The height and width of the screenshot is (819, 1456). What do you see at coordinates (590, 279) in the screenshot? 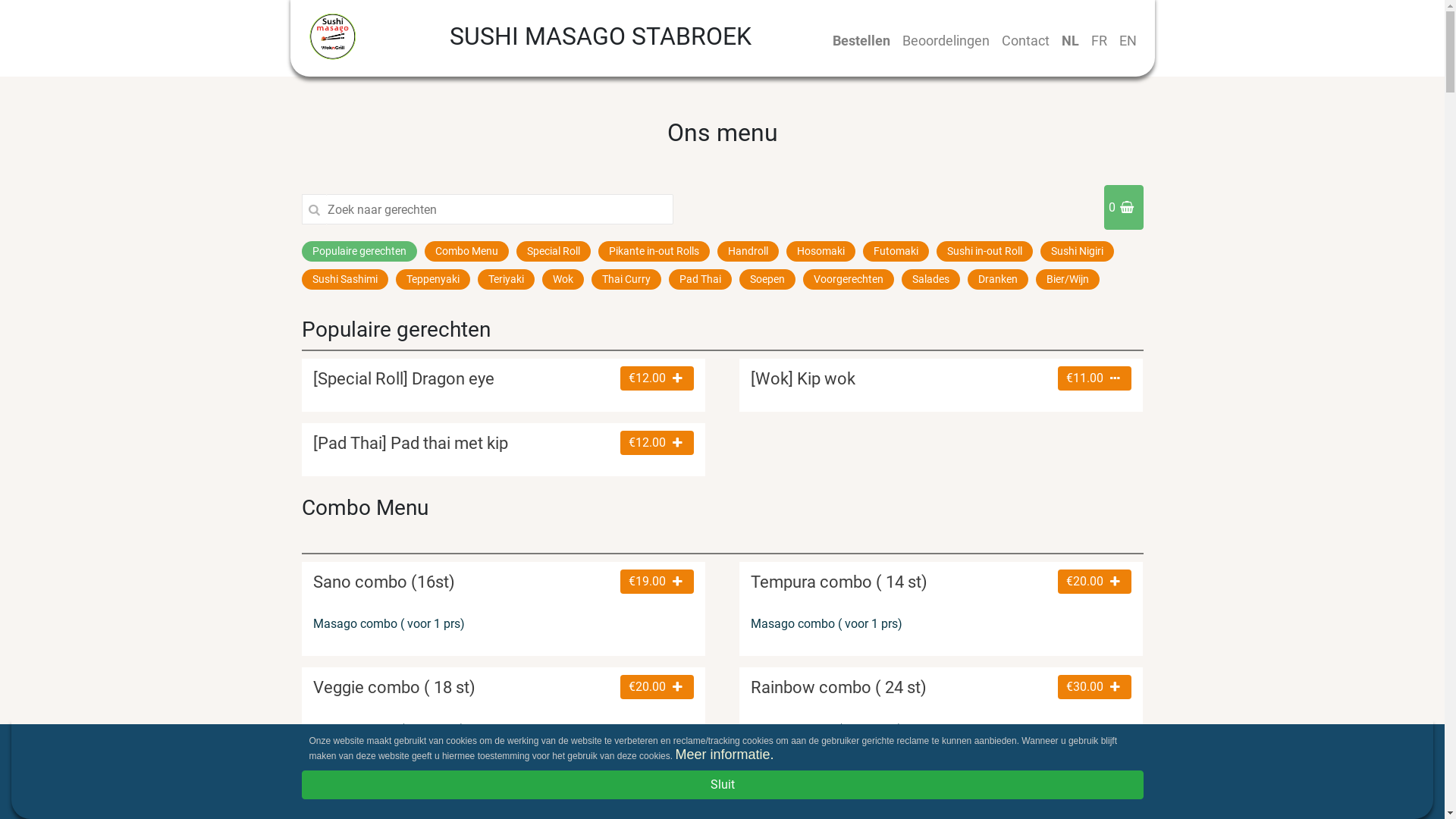
I see `'Thai Curry'` at bounding box center [590, 279].